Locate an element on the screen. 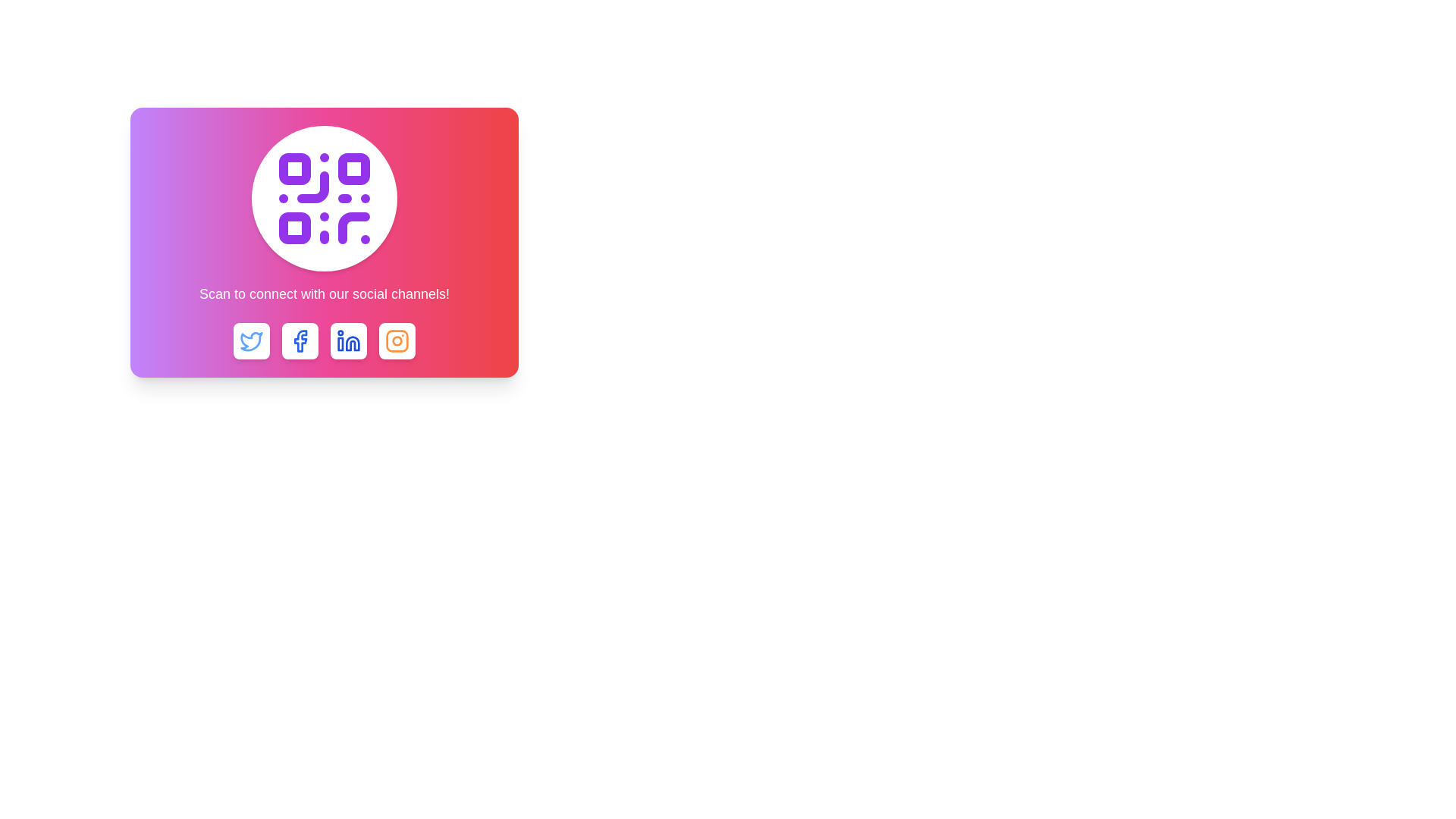  the circular button with a white background and a blue Twitter logo, which is the leftmost social media button in a row beneath the QR code section, for tooltip or interaction feedback is located at coordinates (251, 341).